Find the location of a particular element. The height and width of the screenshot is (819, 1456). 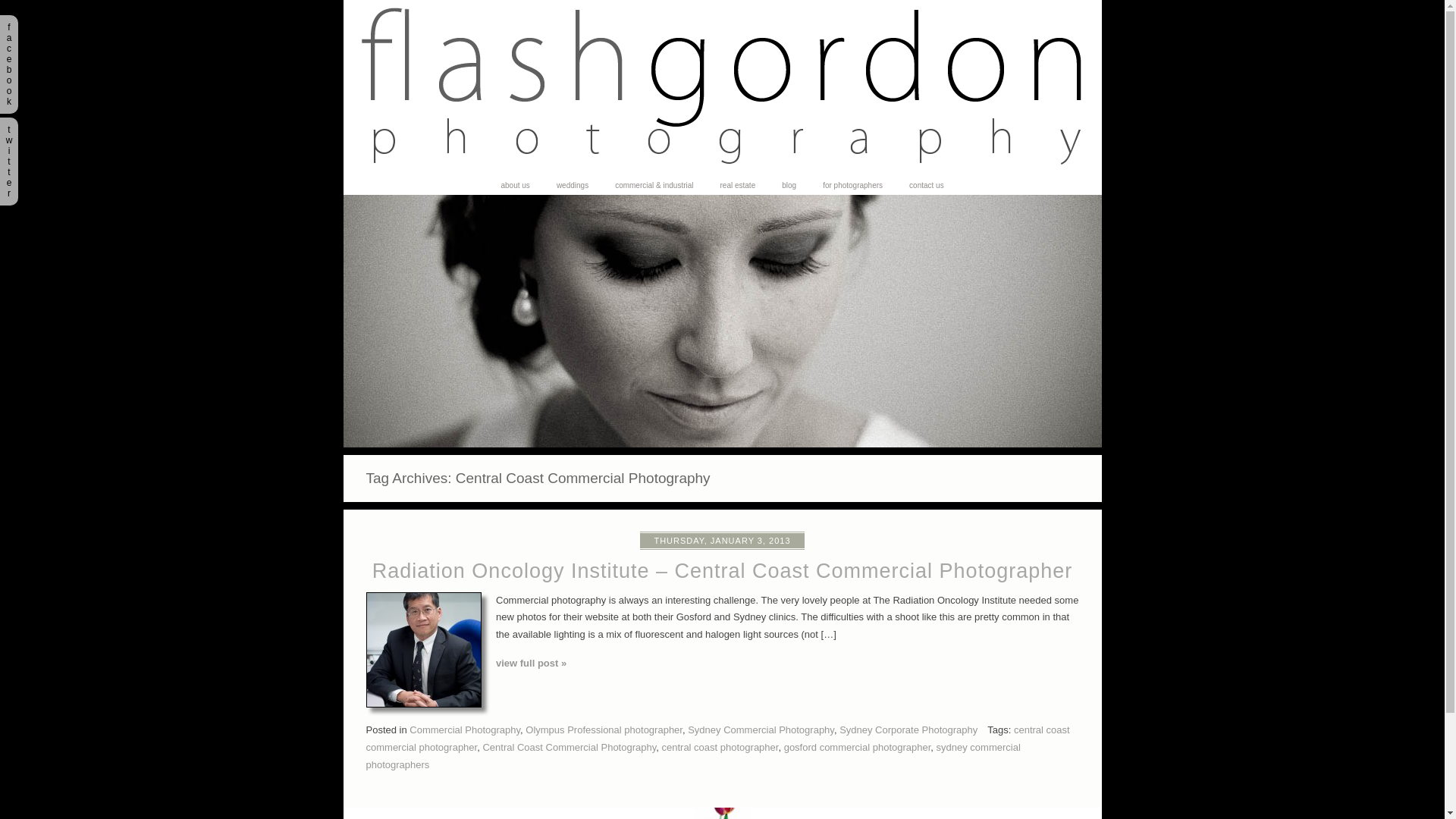

'Sydney Commercial Photography' is located at coordinates (761, 729).